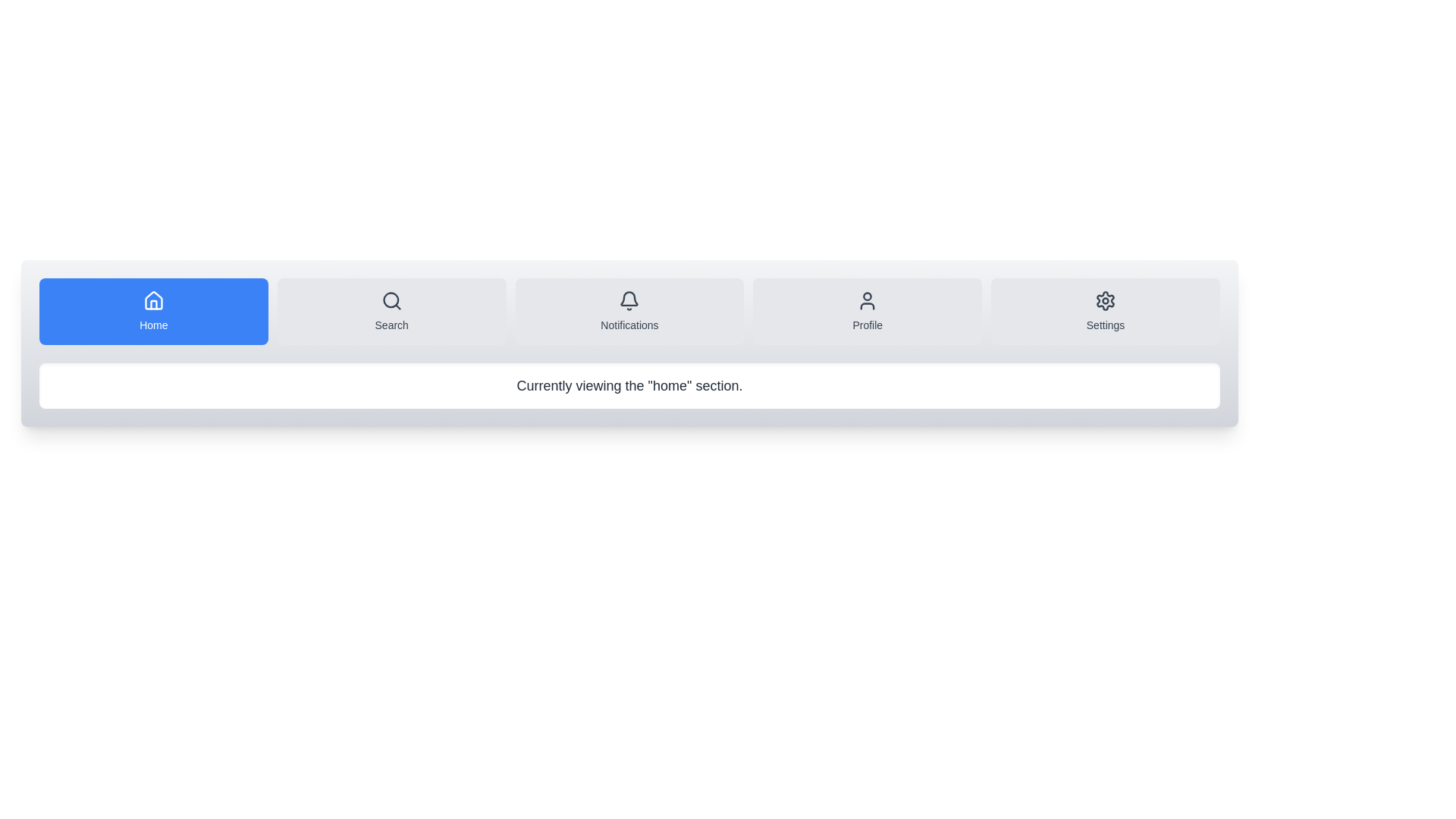  What do you see at coordinates (391, 324) in the screenshot?
I see `the descriptive text label for the search button located below the magnifying glass icon, which clarifies the button's action to initiate a search operation` at bounding box center [391, 324].